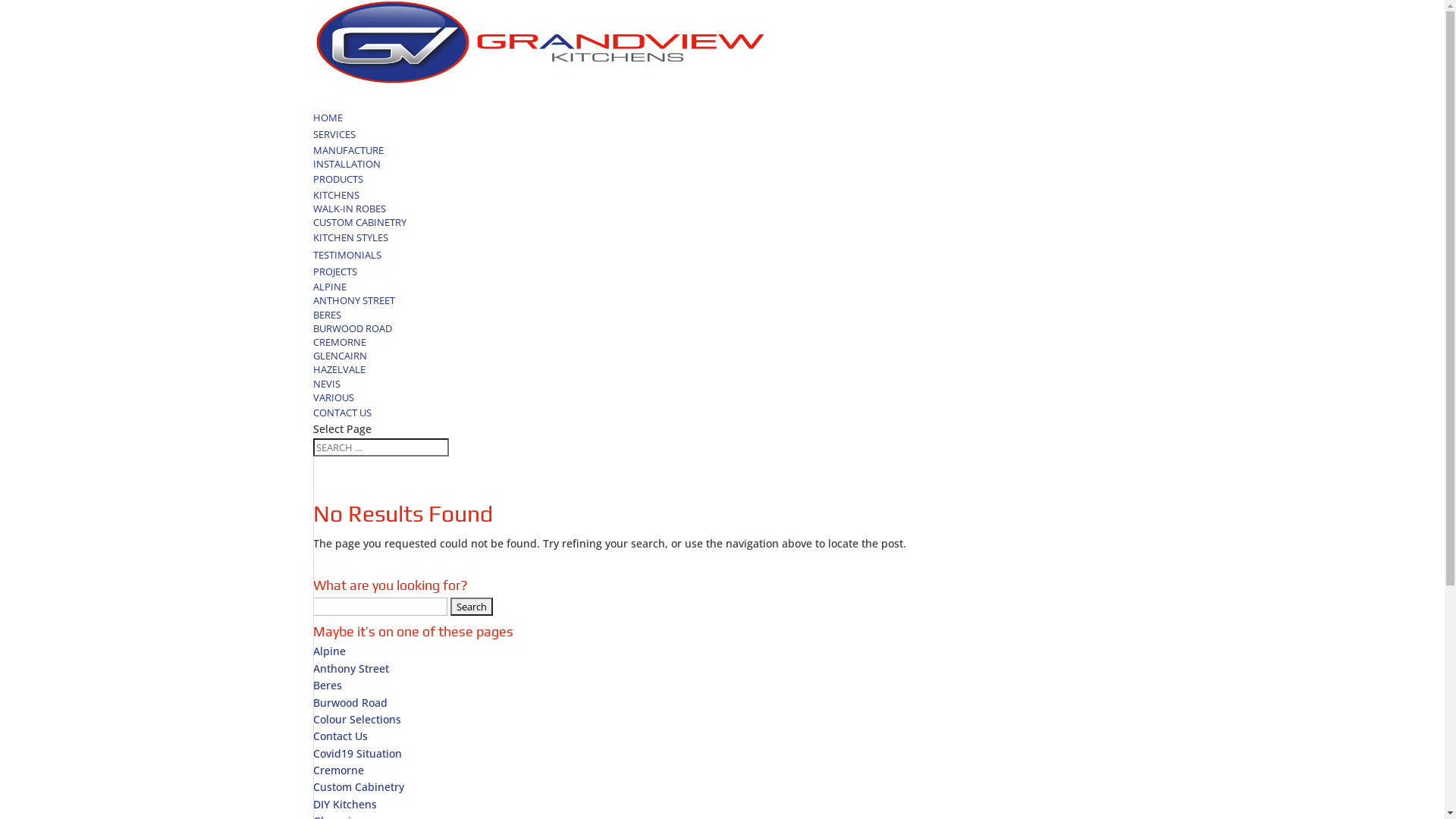 The height and width of the screenshot is (819, 1456). I want to click on 'ANTHONY STREET', so click(352, 300).